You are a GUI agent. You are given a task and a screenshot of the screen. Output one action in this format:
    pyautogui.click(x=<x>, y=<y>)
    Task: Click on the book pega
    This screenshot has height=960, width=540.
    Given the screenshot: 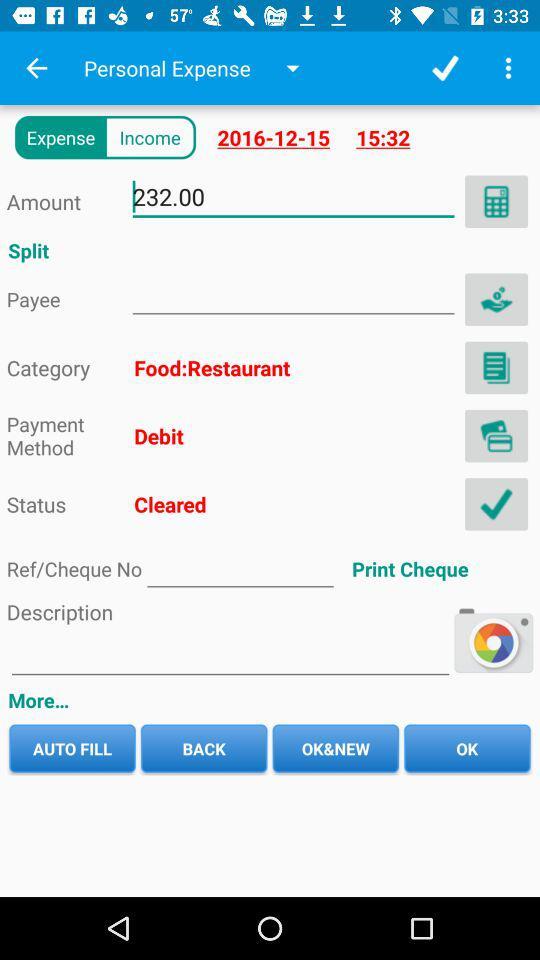 What is the action you would take?
    pyautogui.click(x=495, y=366)
    